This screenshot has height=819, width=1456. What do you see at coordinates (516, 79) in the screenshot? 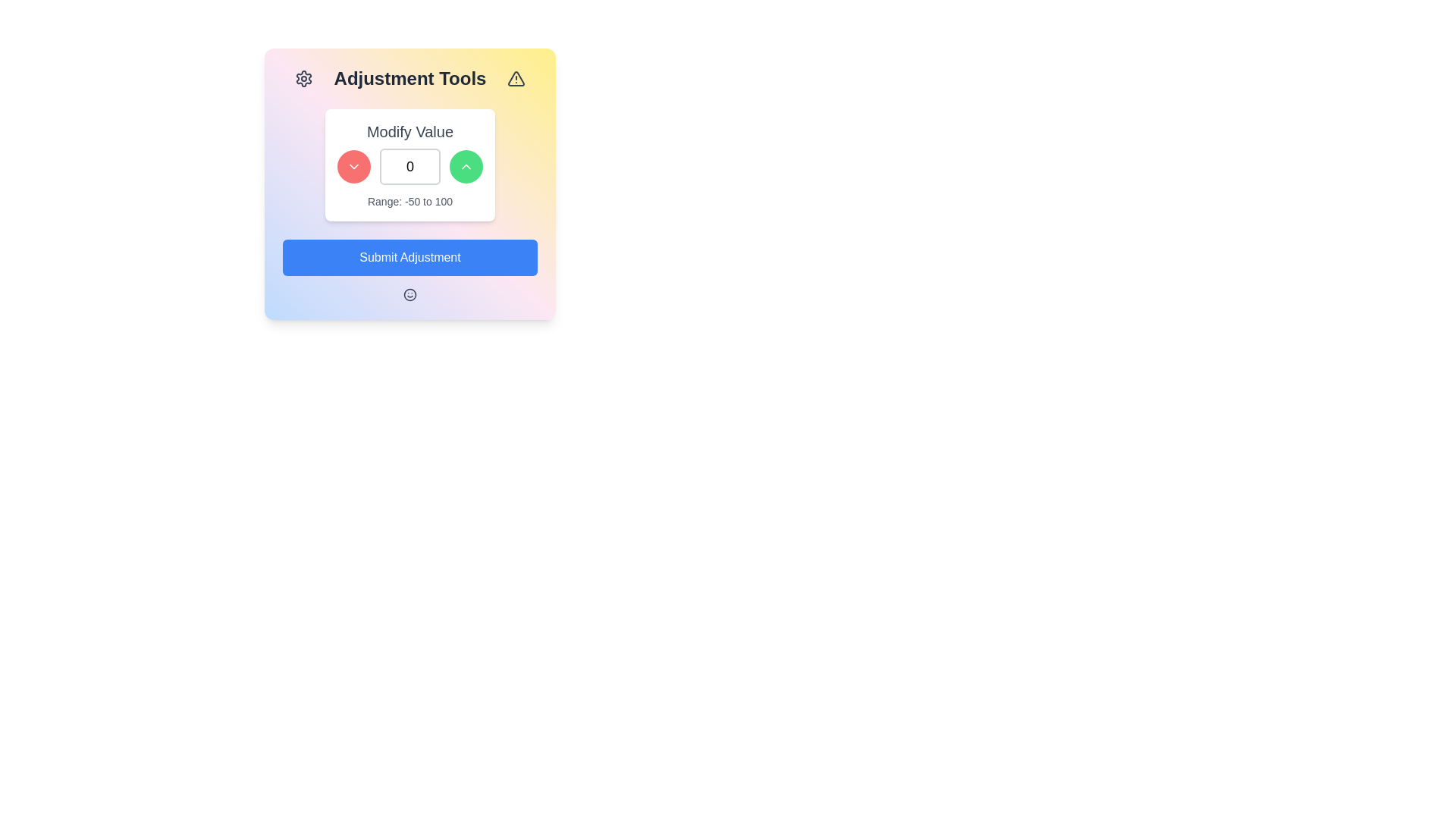
I see `the triangular alert icon located at the top-right corner of the 'Adjustment Tools' section, which features a bold outline and color scheme representing a warning or notification` at bounding box center [516, 79].